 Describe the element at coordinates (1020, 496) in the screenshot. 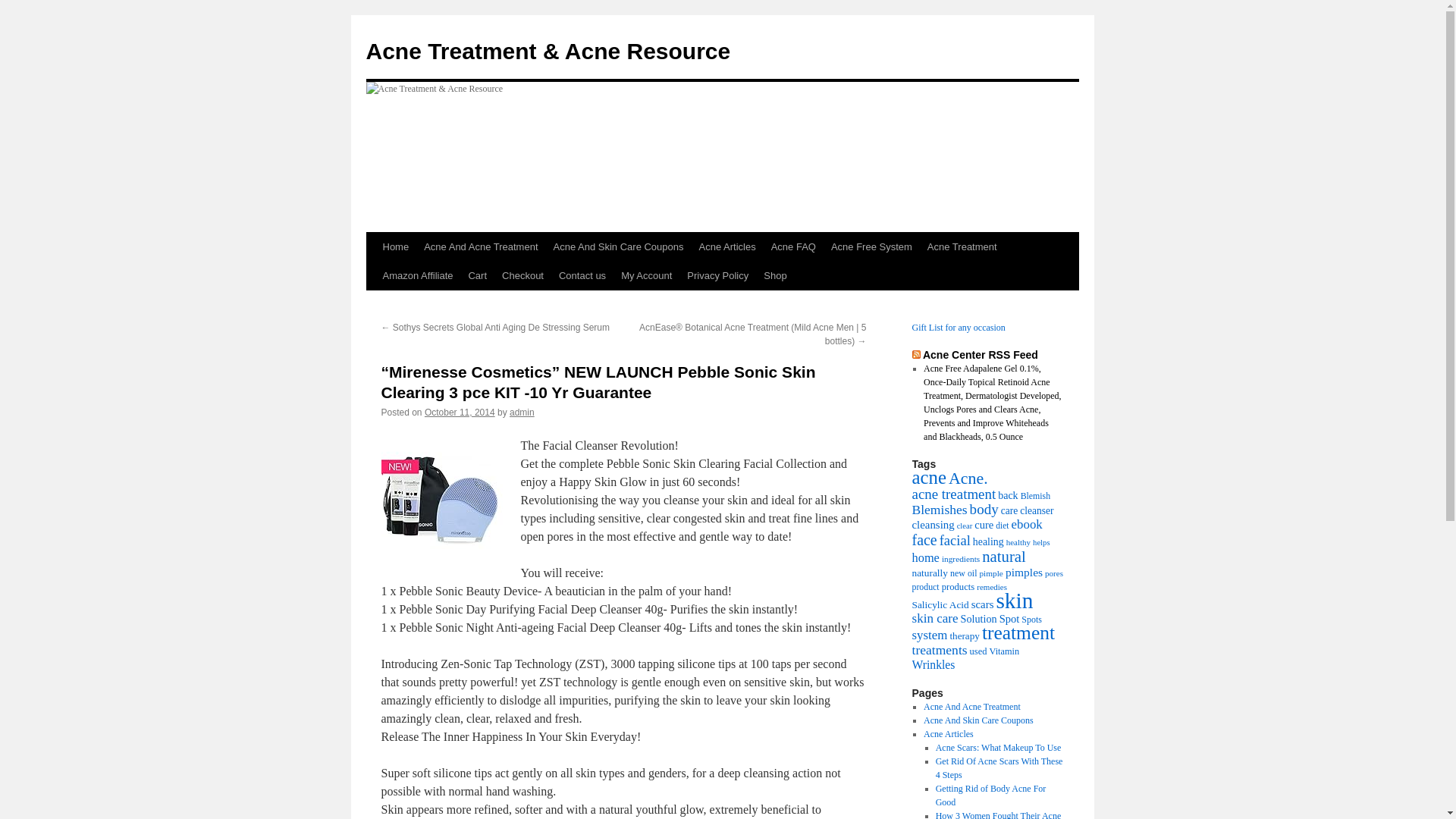

I see `'Blemish'` at that location.